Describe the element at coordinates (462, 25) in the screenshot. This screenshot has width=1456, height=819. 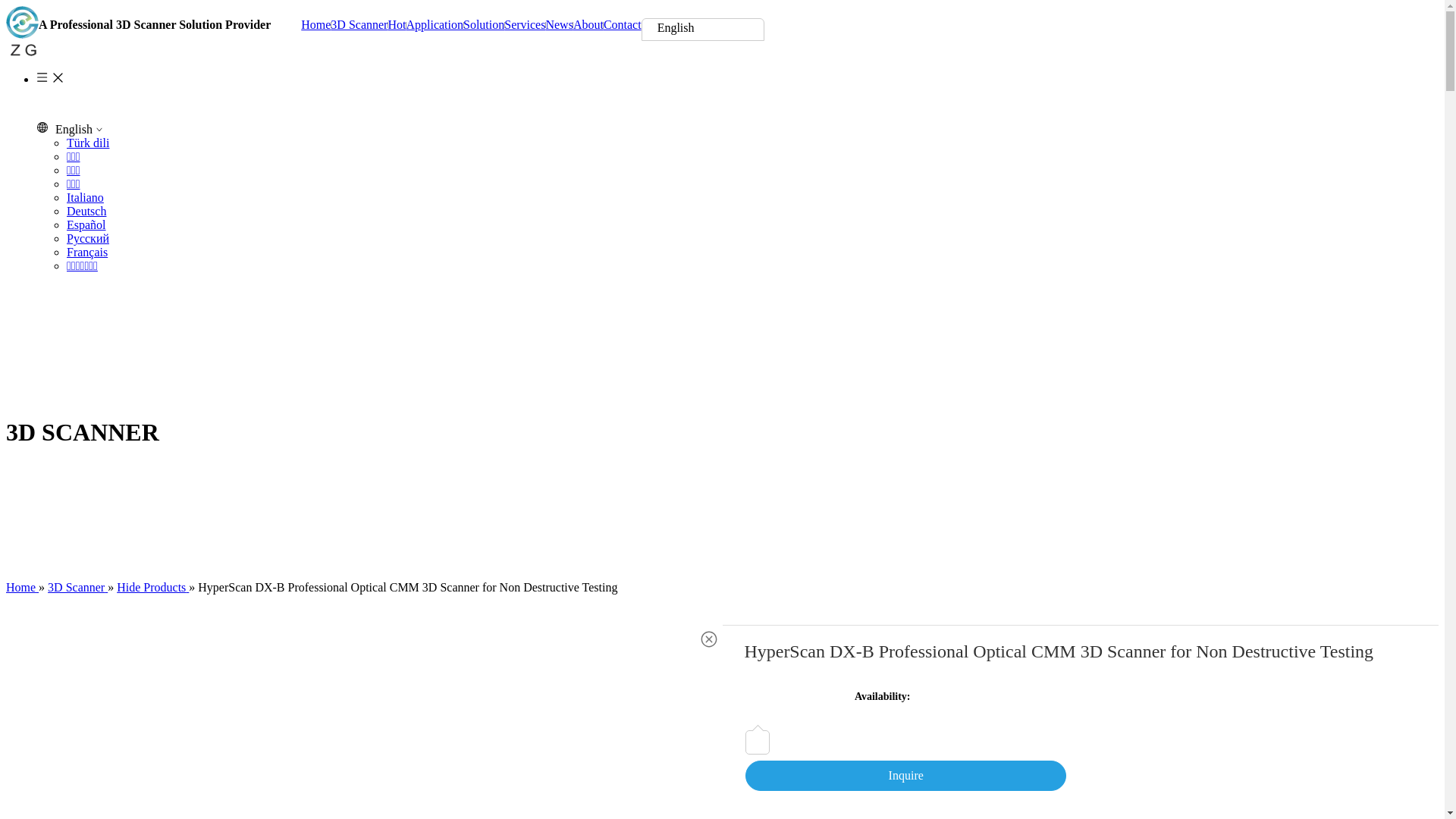
I see `'Solution'` at that location.